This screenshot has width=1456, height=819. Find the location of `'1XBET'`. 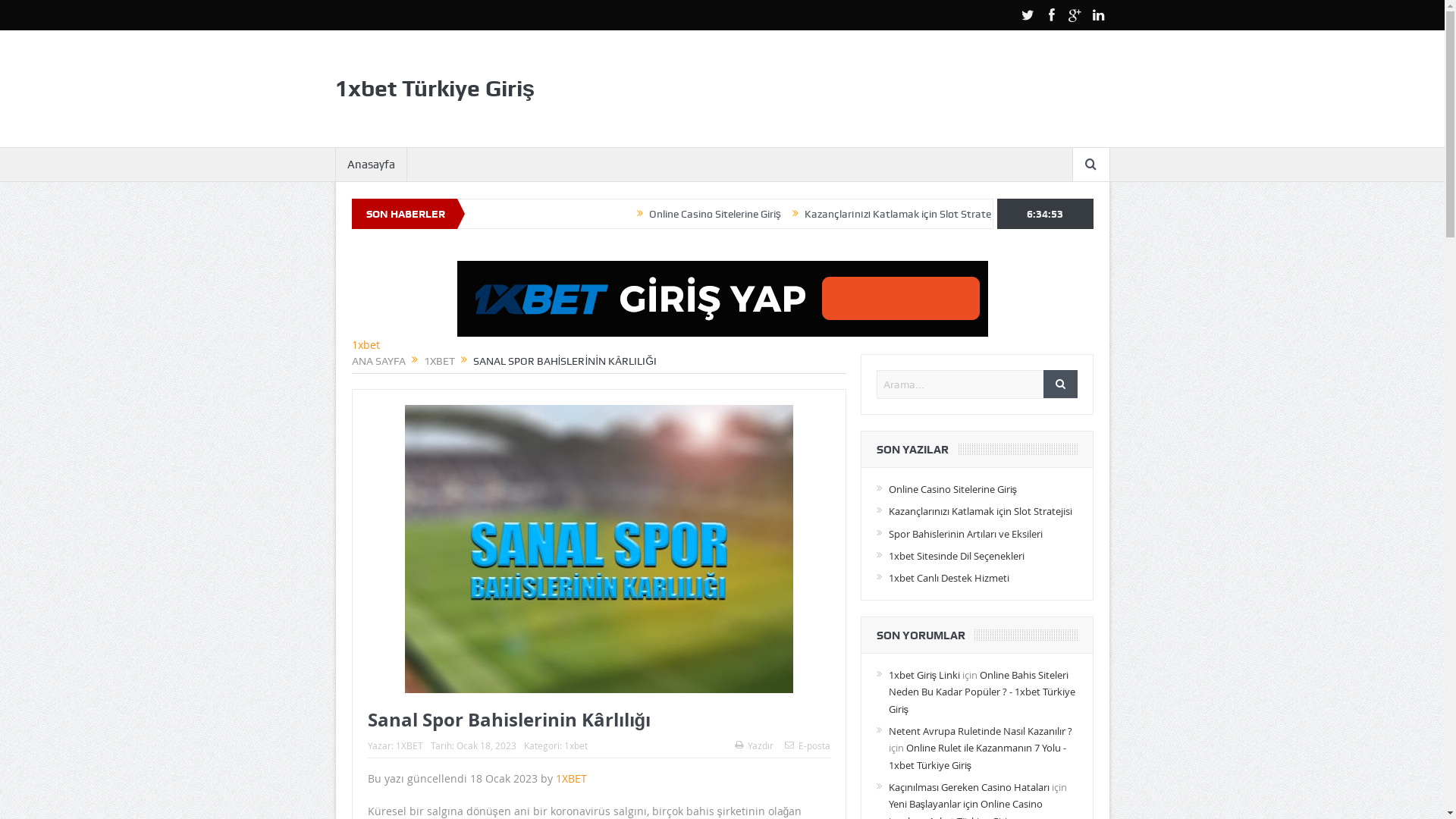

'1XBET' is located at coordinates (570, 778).